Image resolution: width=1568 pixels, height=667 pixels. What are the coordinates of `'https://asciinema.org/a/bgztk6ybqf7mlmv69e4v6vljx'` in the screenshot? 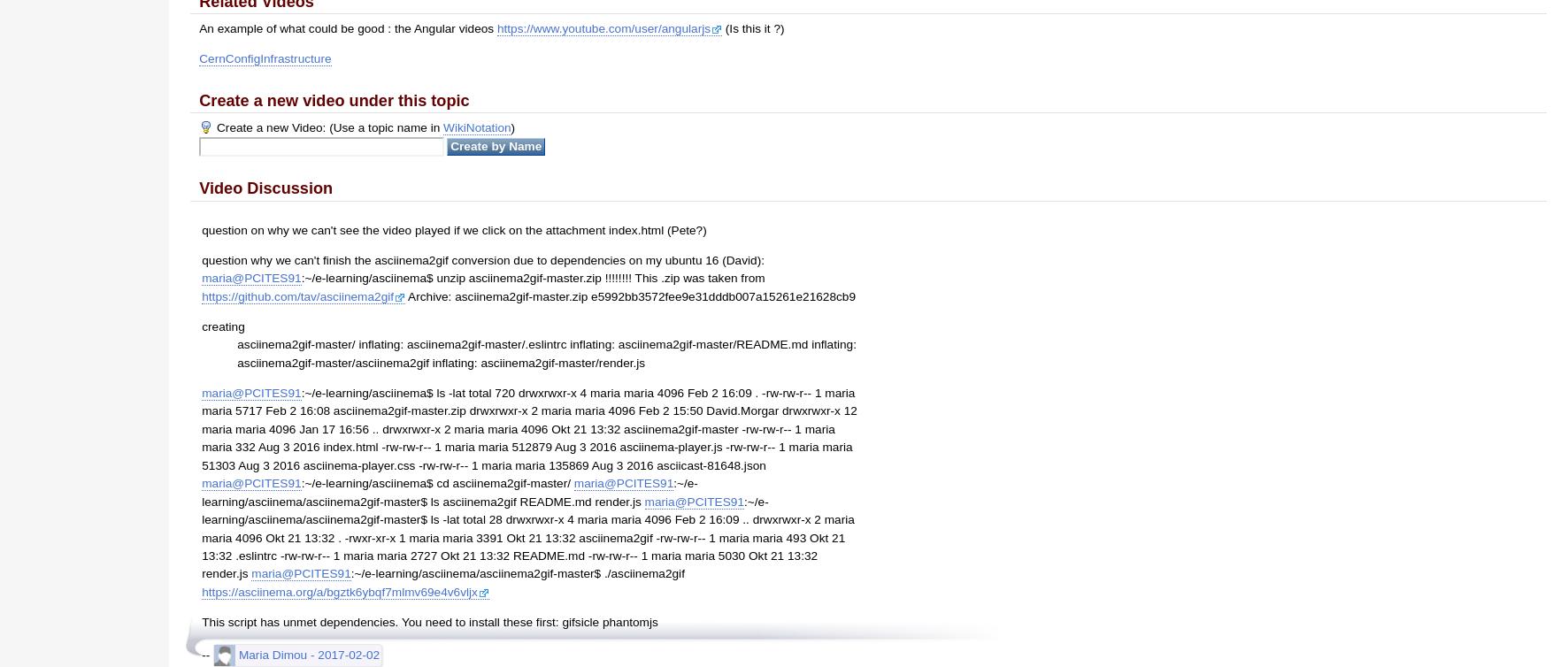 It's located at (339, 590).